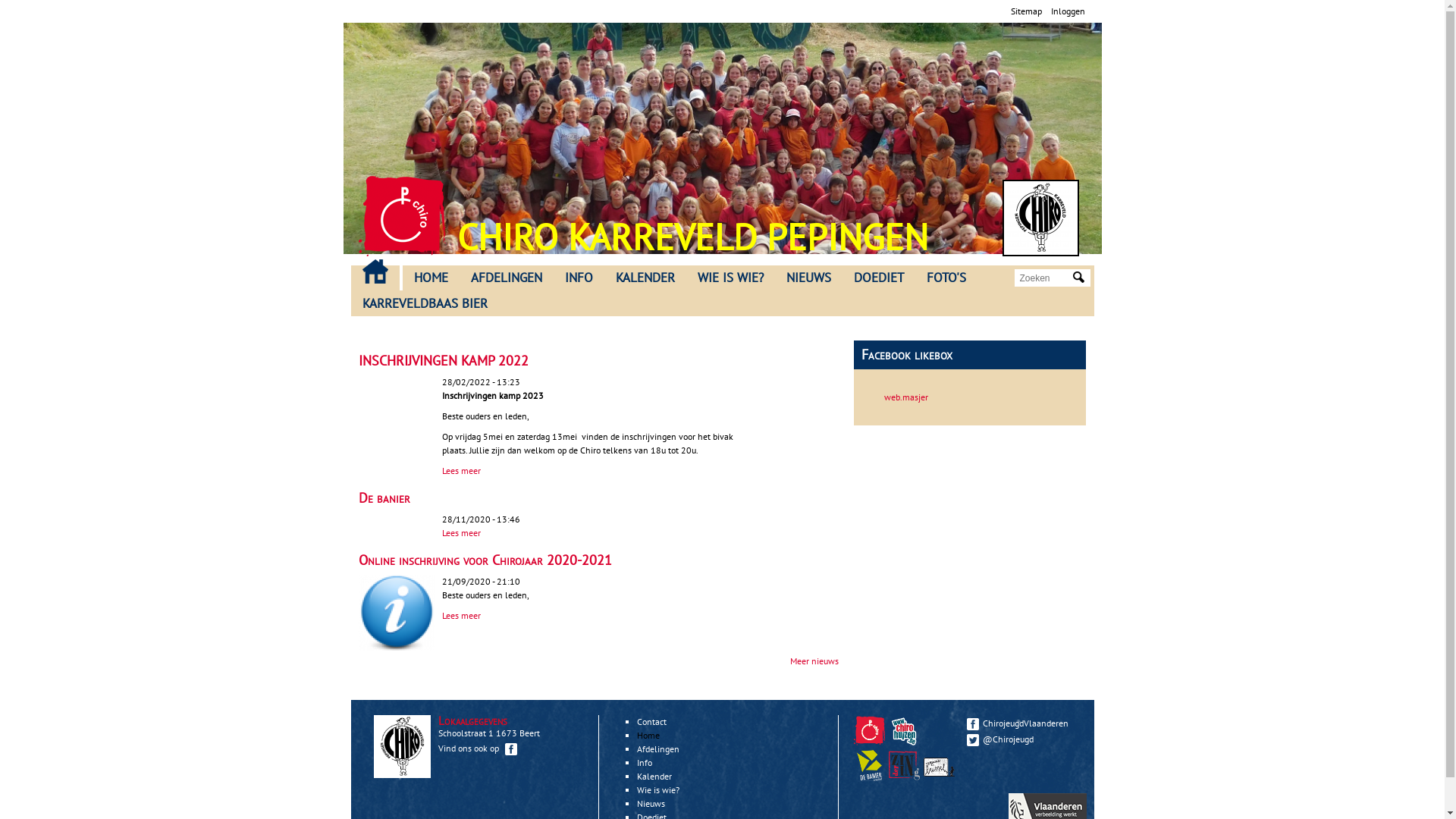  Describe the element at coordinates (904, 730) in the screenshot. I see `'Chirohuizen'` at that location.